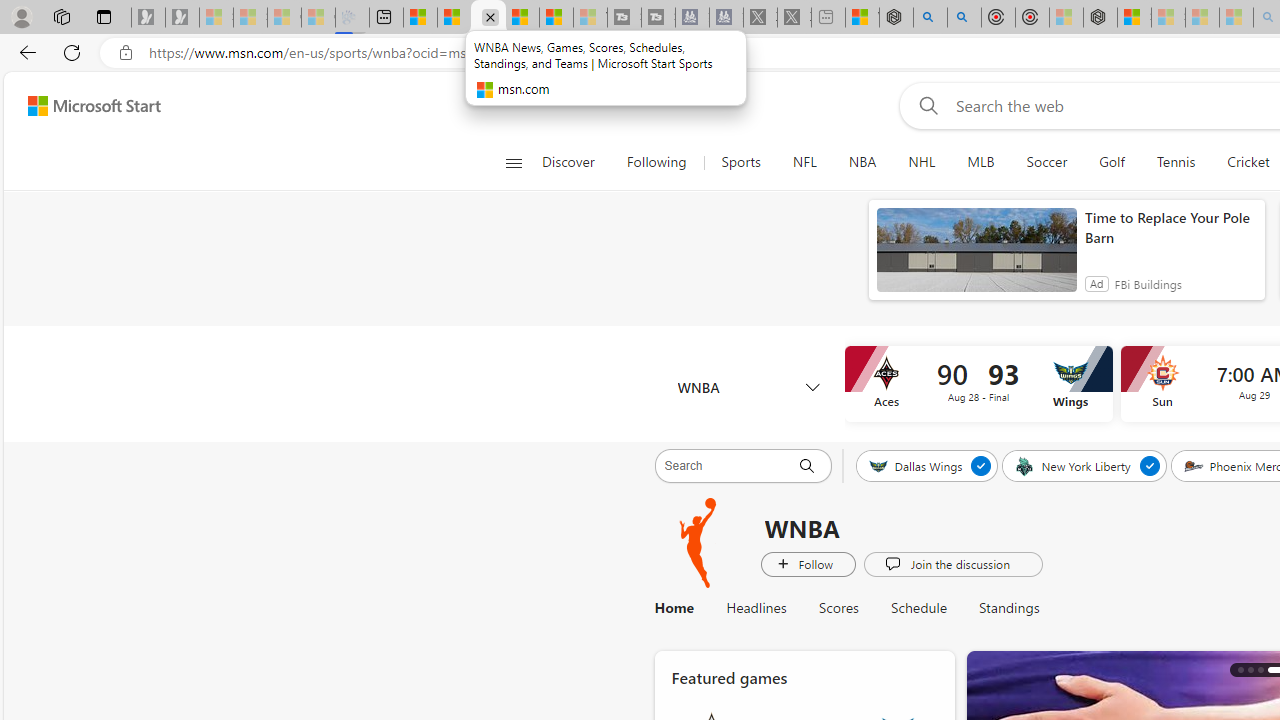 This screenshot has height=720, width=1280. I want to click on 'Home', so click(674, 607).